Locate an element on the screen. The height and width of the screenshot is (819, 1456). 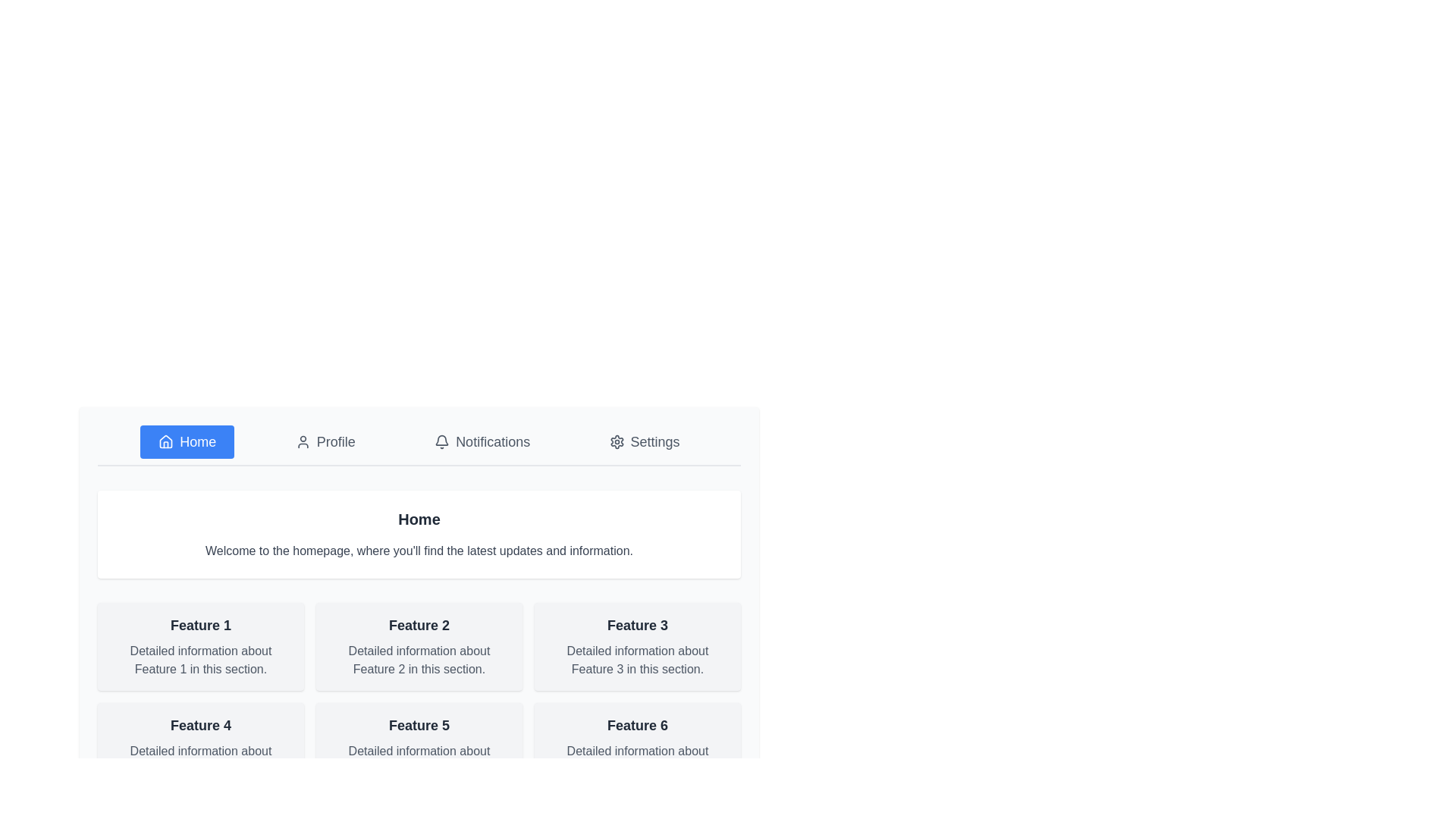
the descriptive text label located below the heading 'Feature 2' in the second column of the grid layout, which provides additional information about 'Feature 2' is located at coordinates (419, 660).